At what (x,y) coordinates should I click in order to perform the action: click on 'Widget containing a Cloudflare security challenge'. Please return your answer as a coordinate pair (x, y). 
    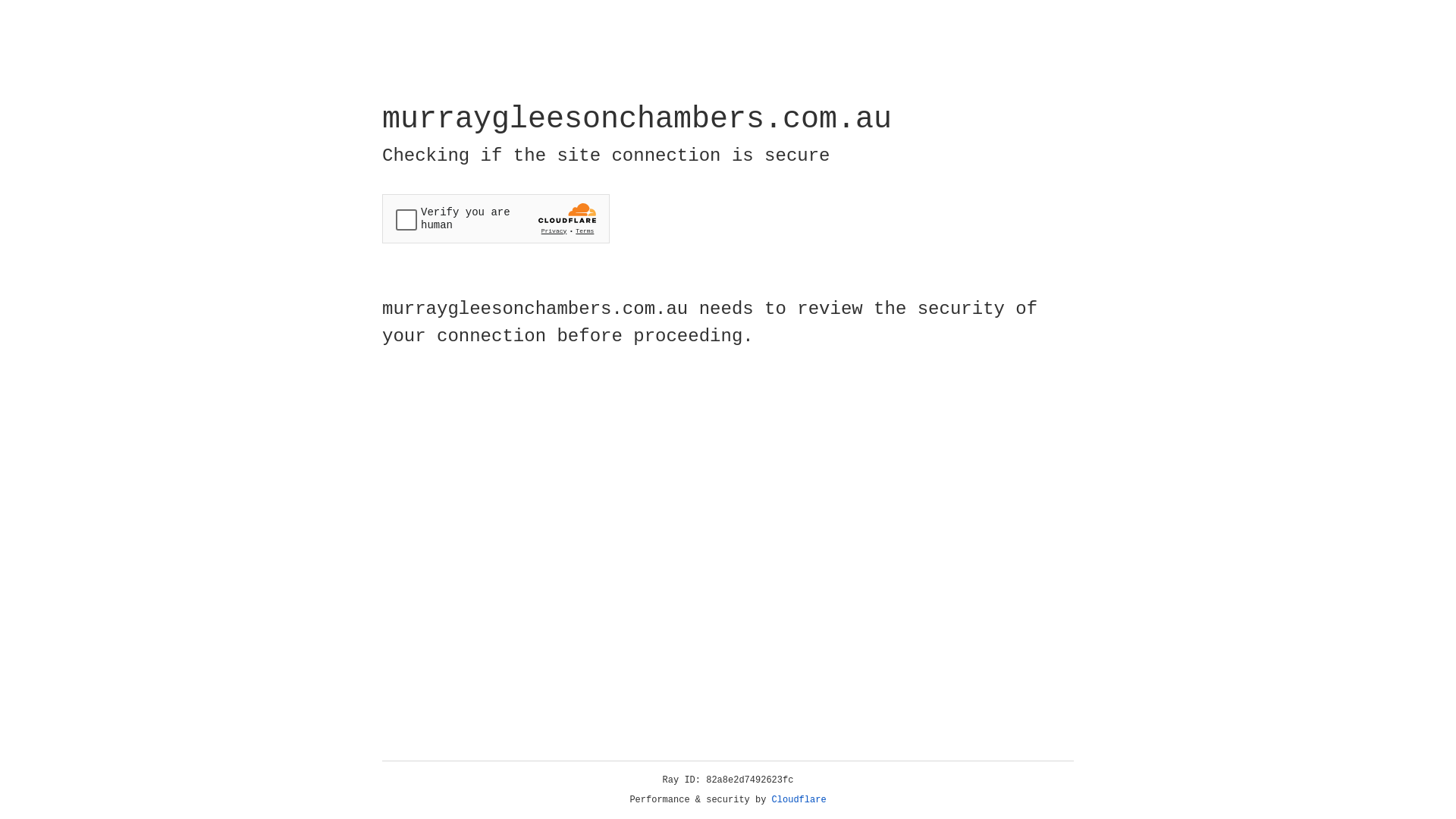
    Looking at the image, I should click on (495, 218).